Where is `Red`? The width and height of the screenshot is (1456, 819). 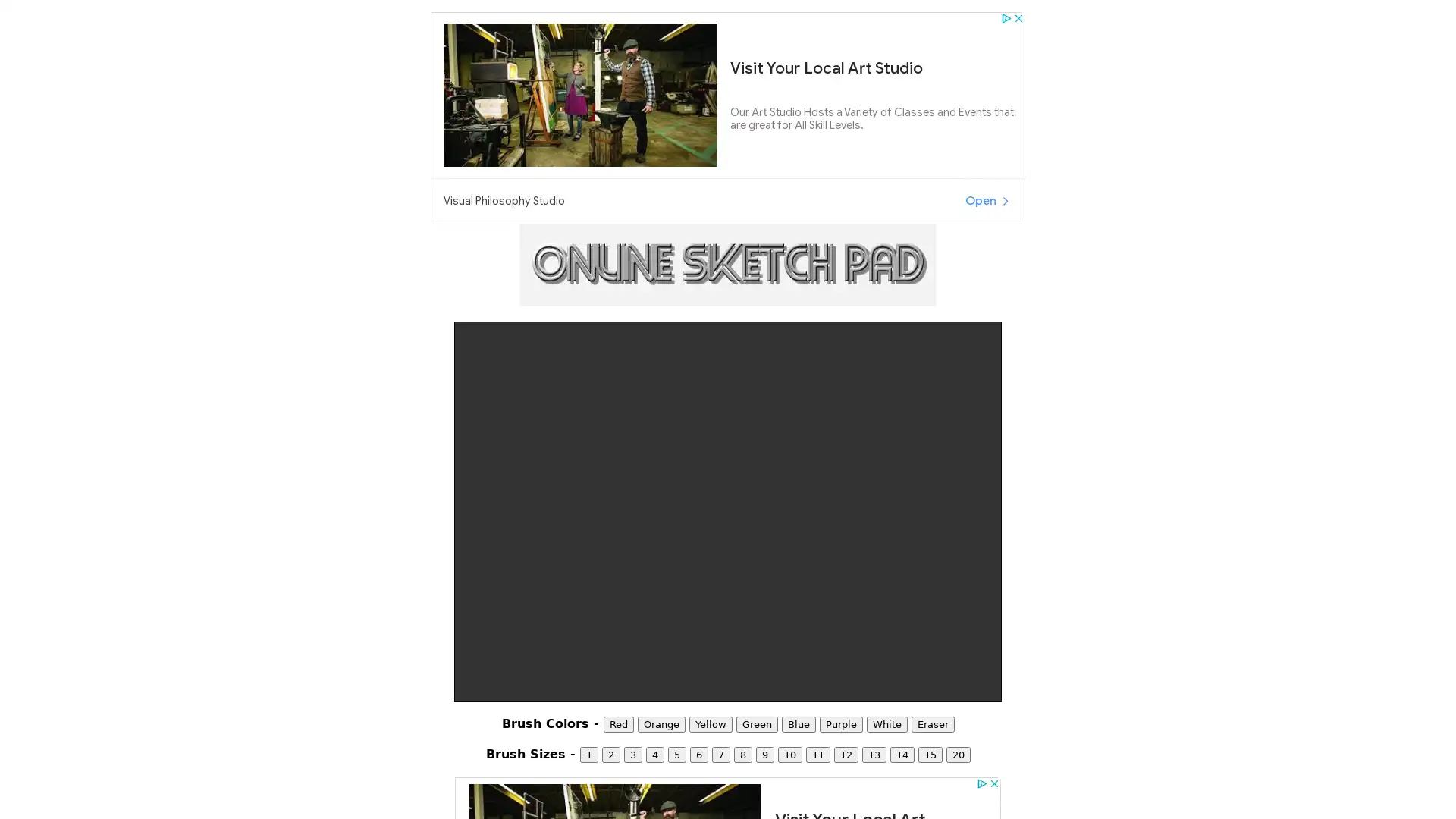 Red is located at coordinates (618, 723).